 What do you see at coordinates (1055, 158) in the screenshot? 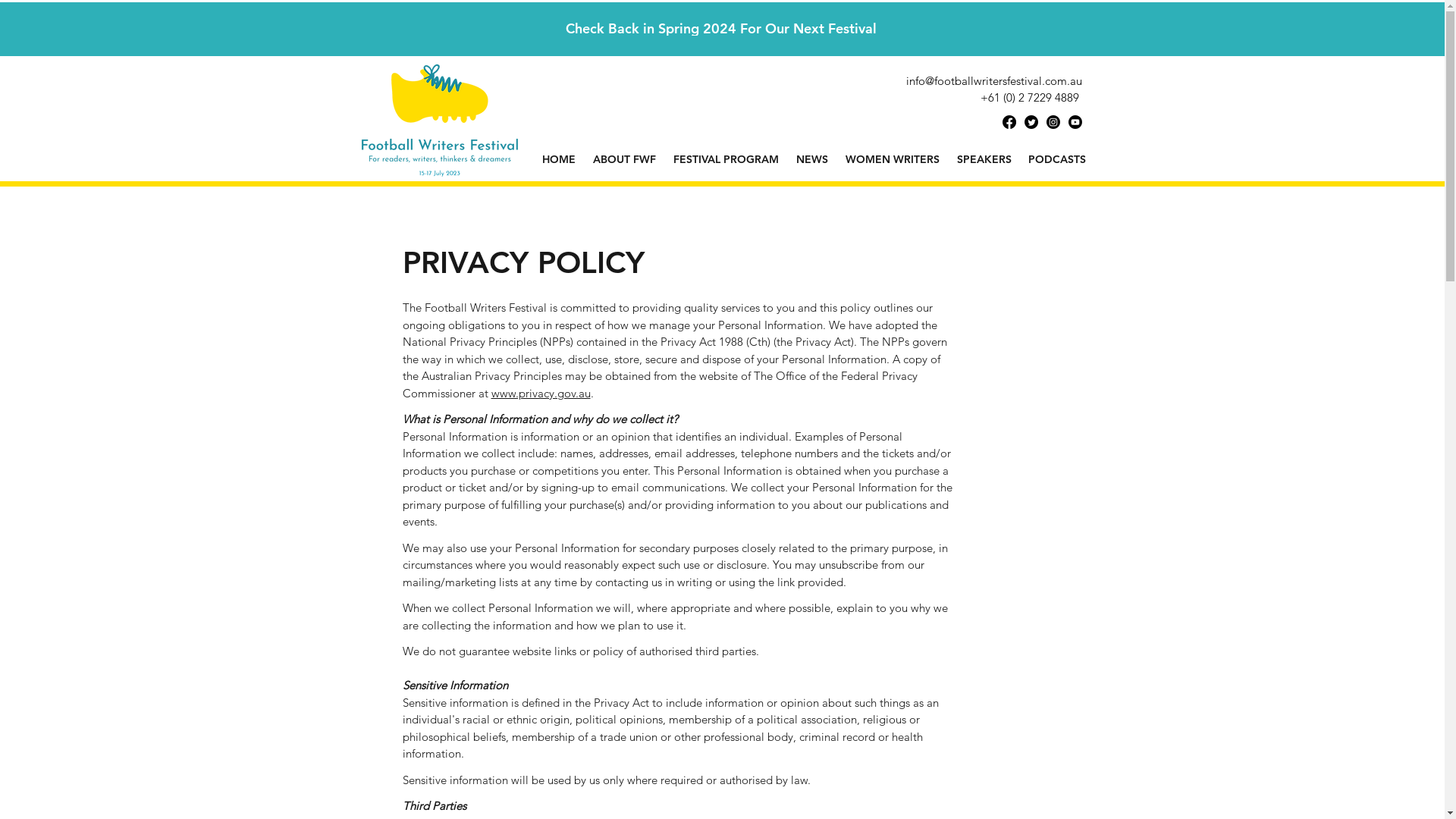
I see `'PODCASTS'` at bounding box center [1055, 158].